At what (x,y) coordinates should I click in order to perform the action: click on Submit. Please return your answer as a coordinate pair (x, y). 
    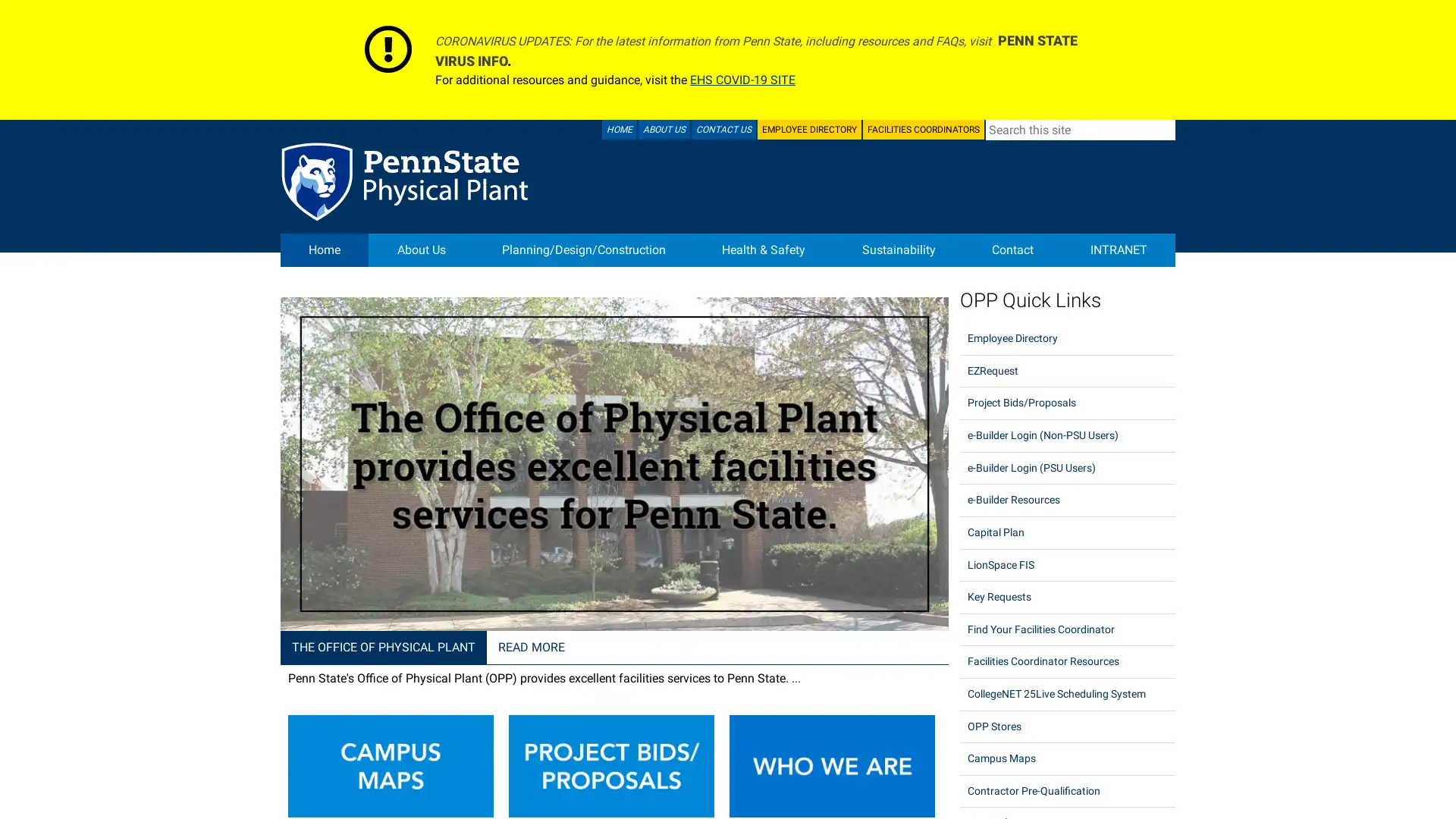
    Looking at the image, I should click on (1164, 128).